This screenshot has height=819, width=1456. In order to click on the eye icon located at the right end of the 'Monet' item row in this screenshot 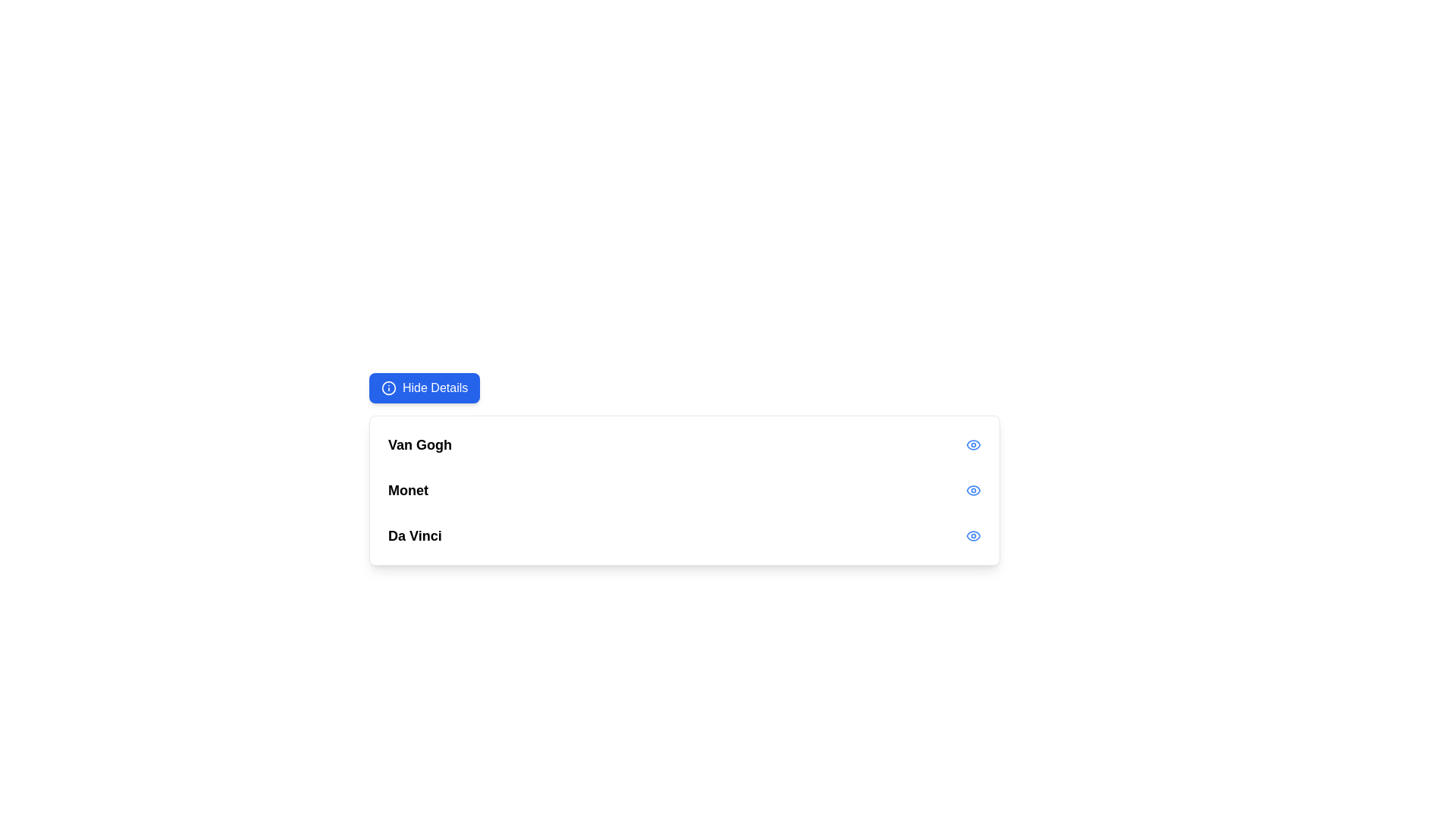, I will do `click(973, 491)`.